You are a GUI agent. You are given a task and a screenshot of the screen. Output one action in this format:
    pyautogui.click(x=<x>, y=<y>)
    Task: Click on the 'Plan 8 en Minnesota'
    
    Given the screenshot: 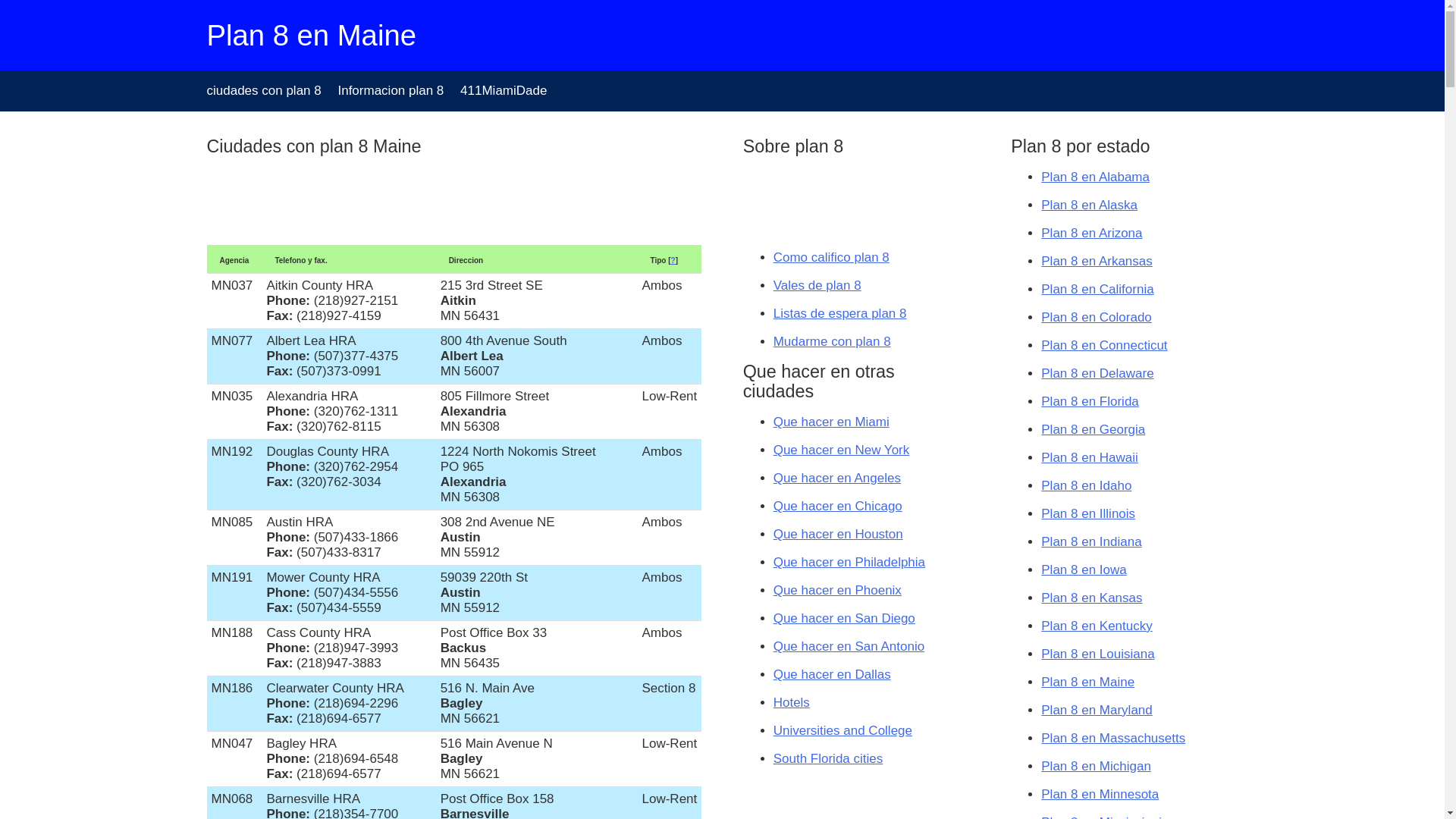 What is the action you would take?
    pyautogui.click(x=1100, y=793)
    